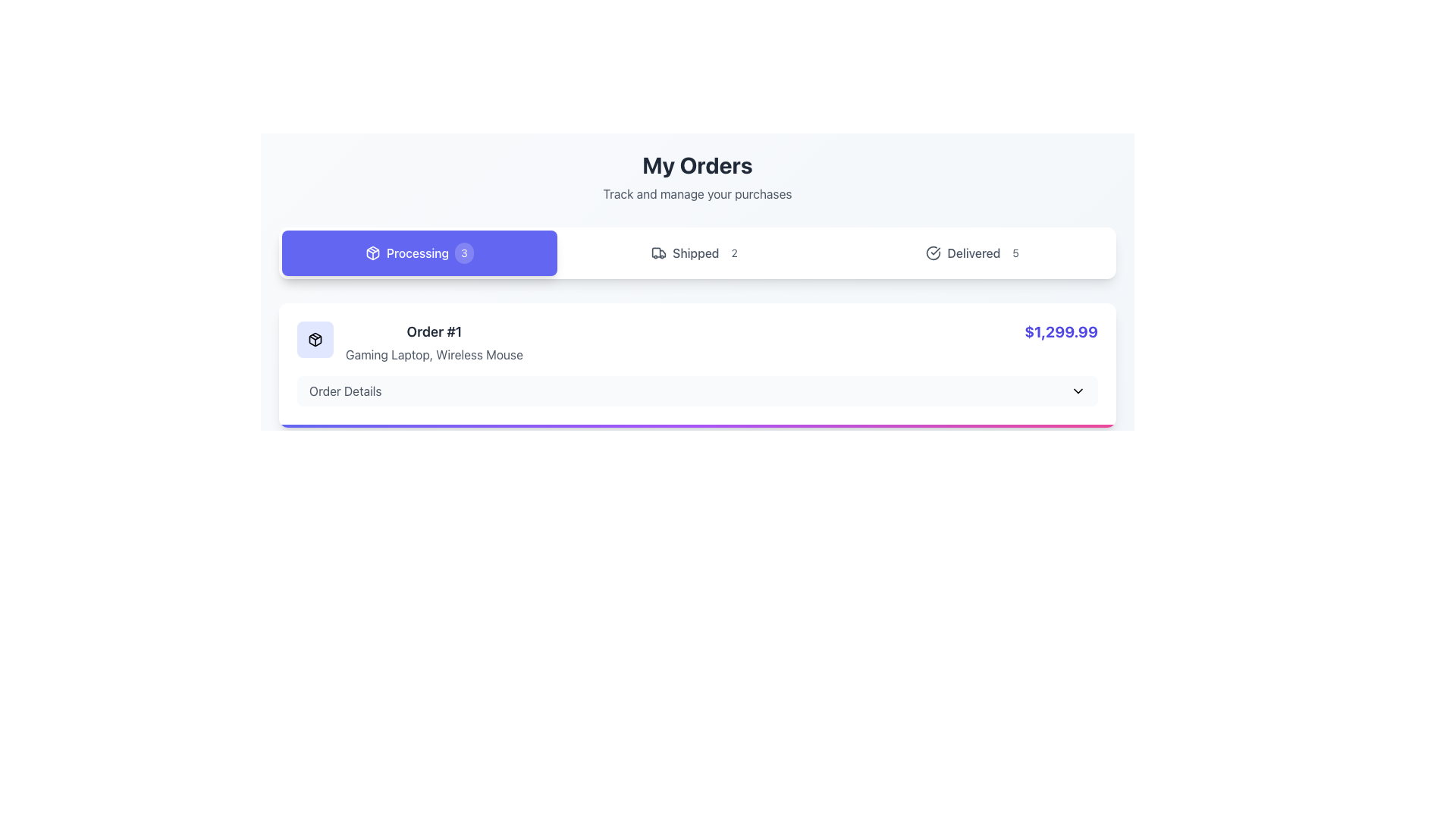 This screenshot has width=1456, height=819. I want to click on the interactive button below 'Order #1', so click(697, 391).